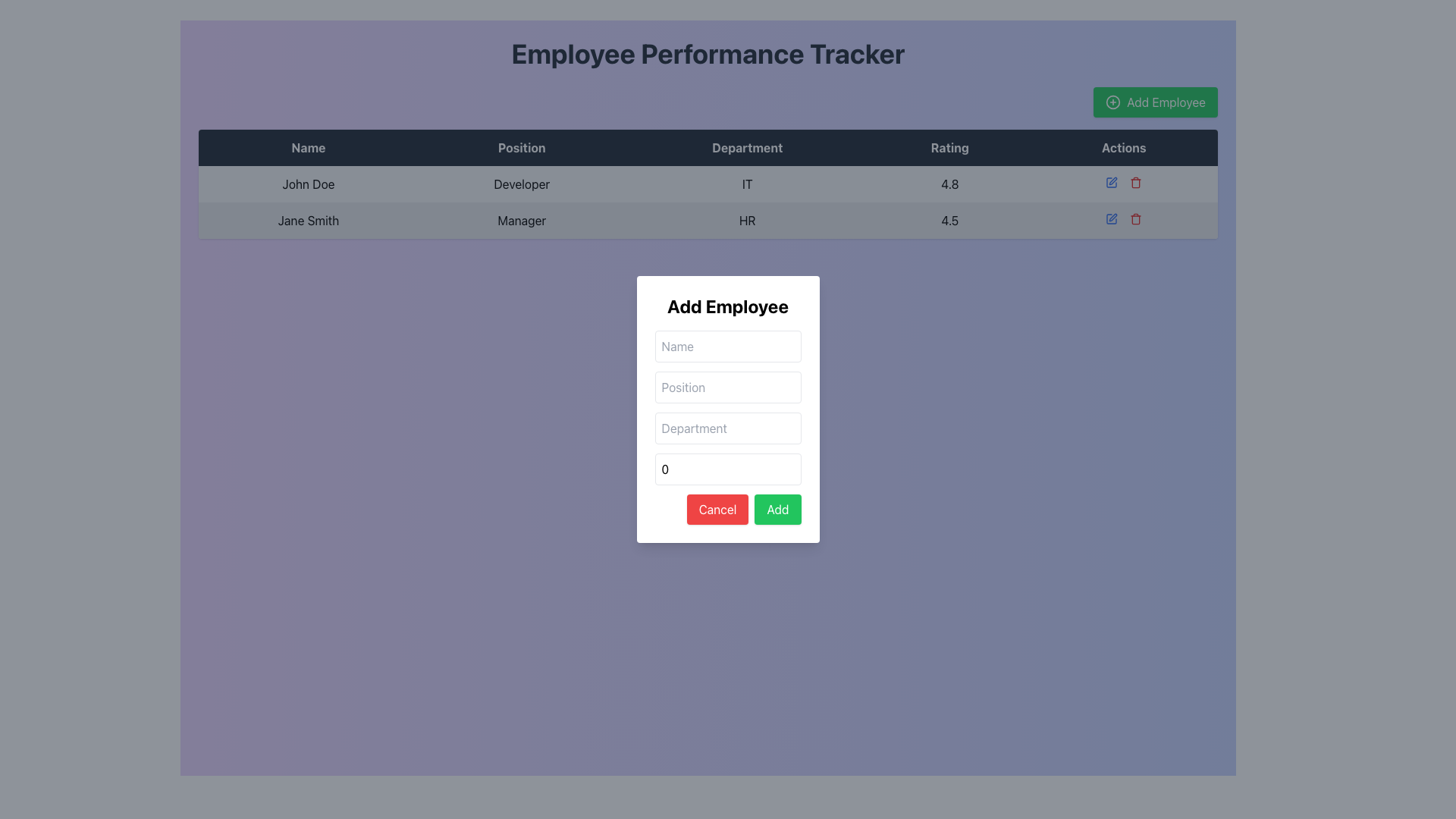 This screenshot has width=1456, height=819. I want to click on the circular icon located in the upper-right corner of the 'Add Employee' button, which has a green background and a border line, so click(1113, 102).